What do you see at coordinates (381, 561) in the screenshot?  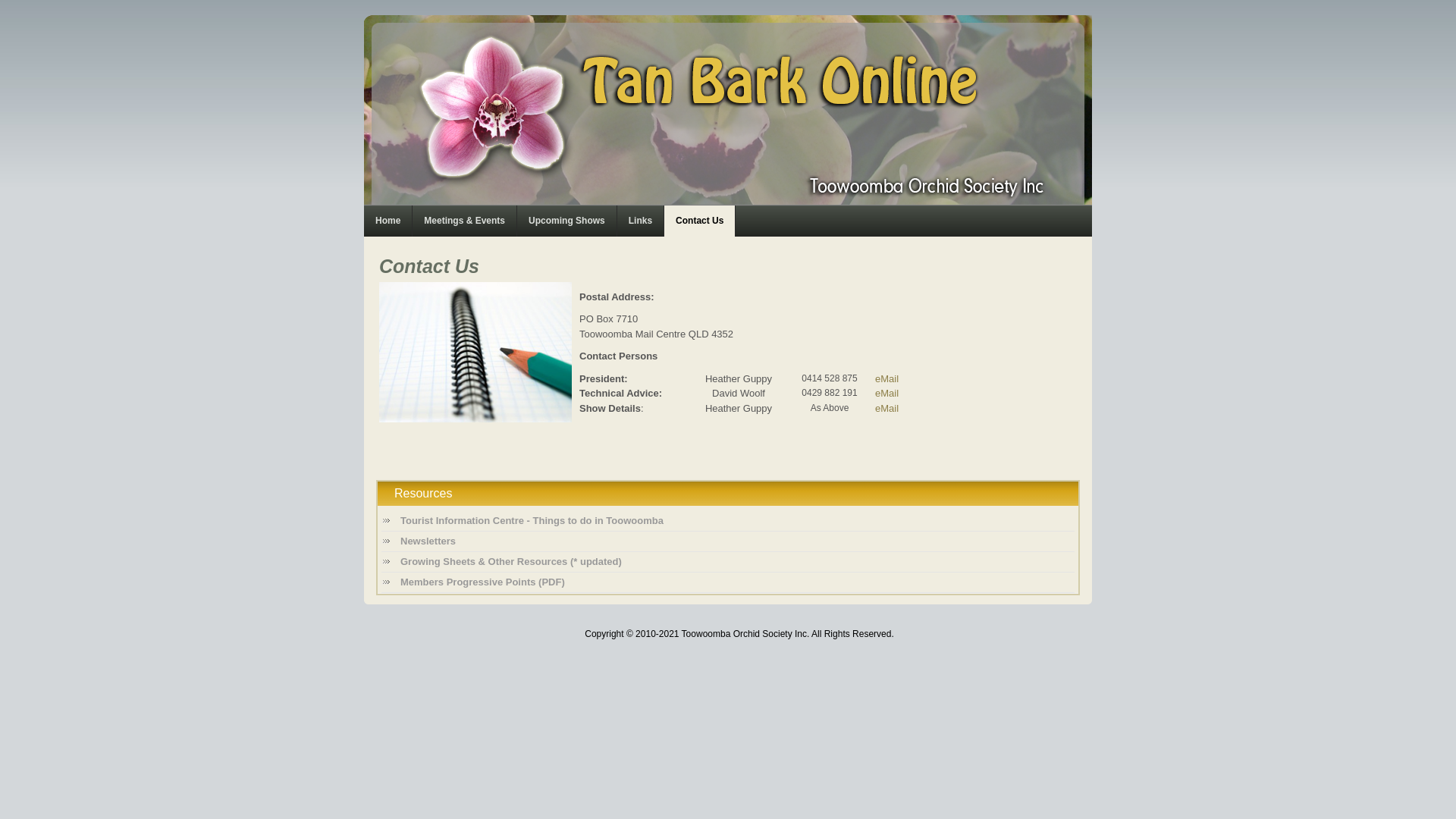 I see `'Growing Sheets & Other Resources (* updated)'` at bounding box center [381, 561].